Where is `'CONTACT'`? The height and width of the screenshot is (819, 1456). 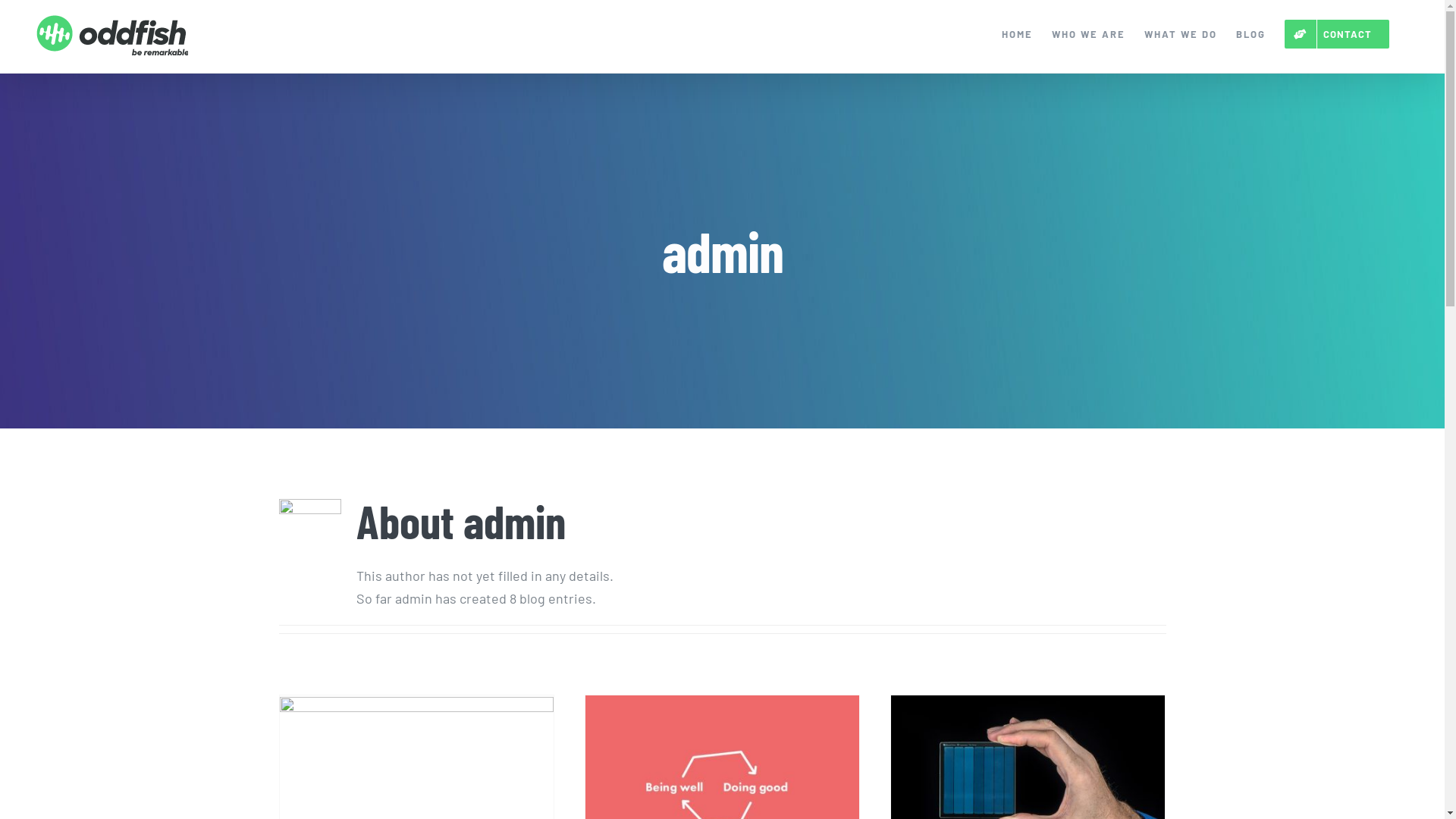 'CONTACT' is located at coordinates (1336, 34).